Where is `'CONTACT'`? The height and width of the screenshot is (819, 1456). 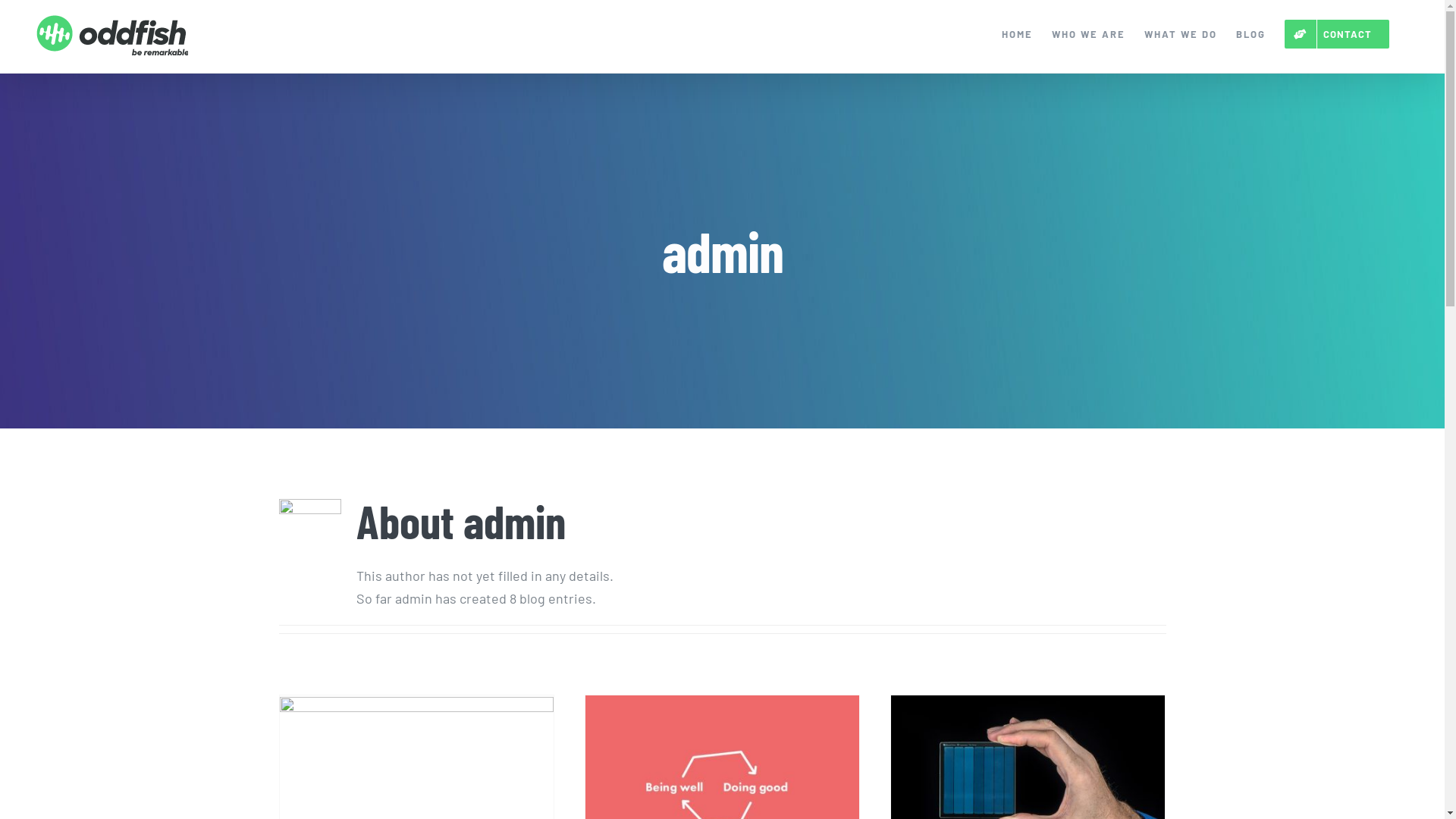 'CONTACT' is located at coordinates (1336, 34).